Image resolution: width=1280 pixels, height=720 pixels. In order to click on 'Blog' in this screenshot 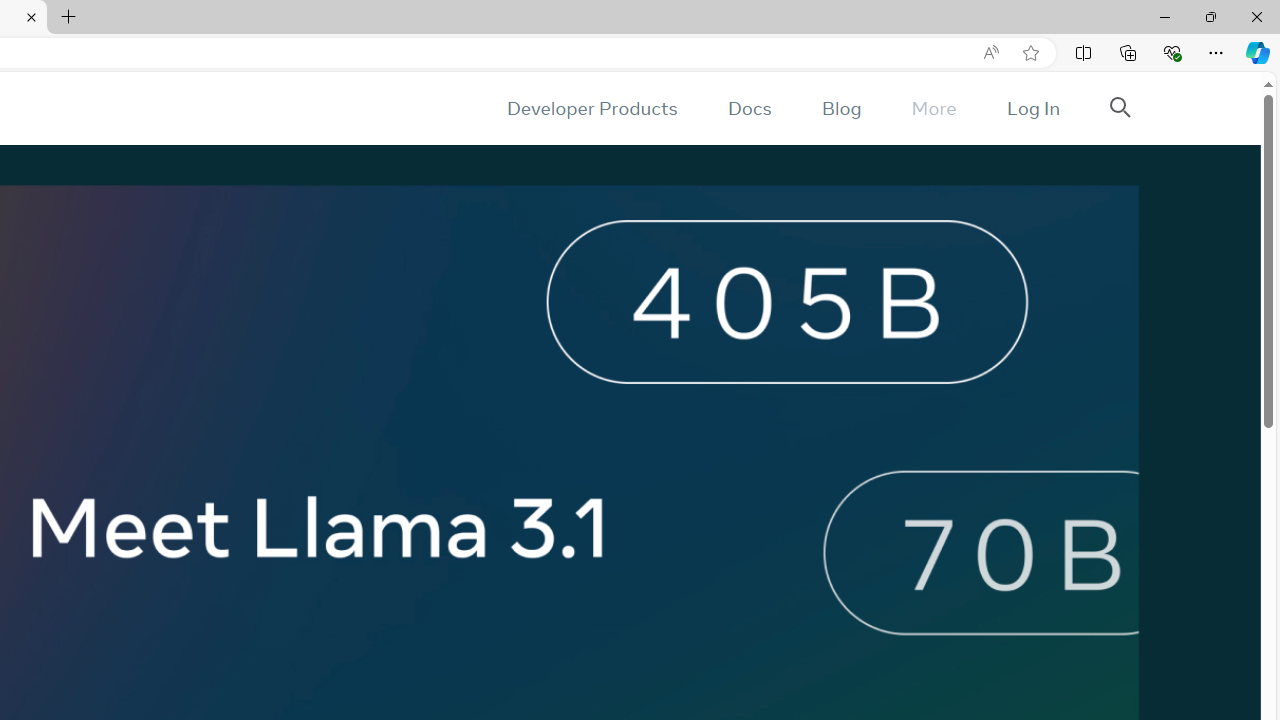, I will do `click(841, 108)`.